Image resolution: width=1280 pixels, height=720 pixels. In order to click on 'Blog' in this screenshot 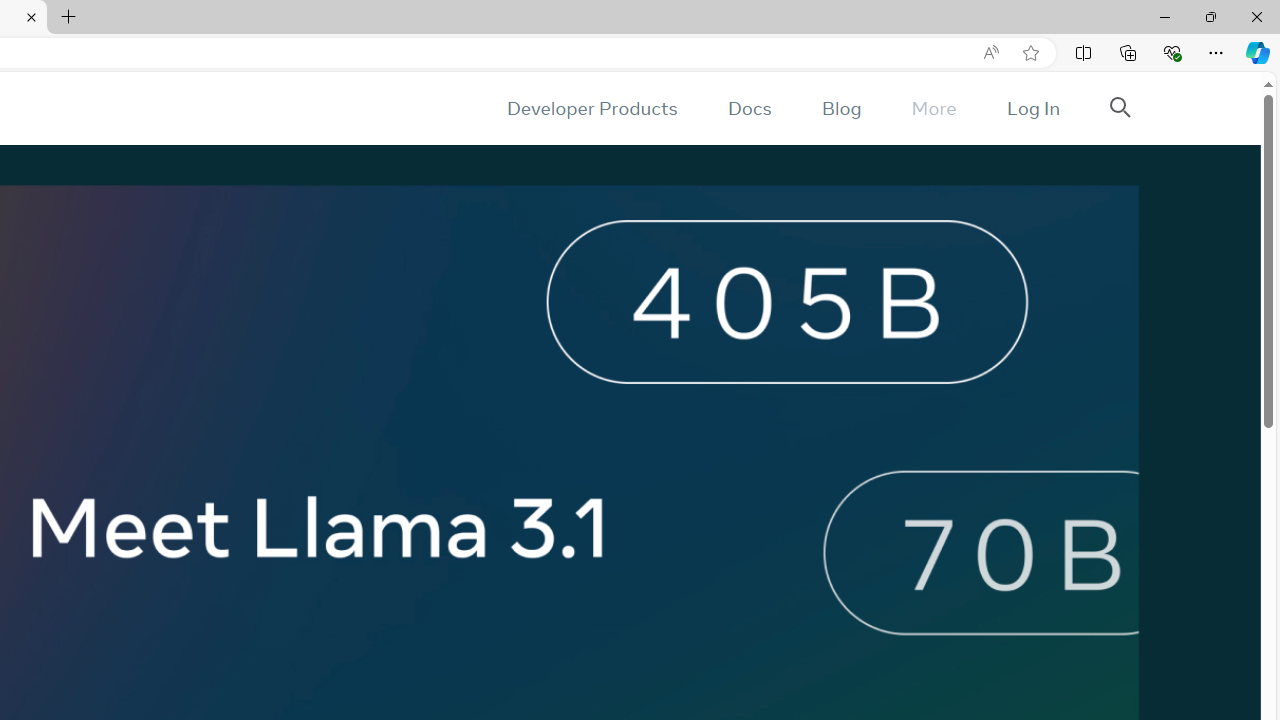, I will do `click(841, 108)`.